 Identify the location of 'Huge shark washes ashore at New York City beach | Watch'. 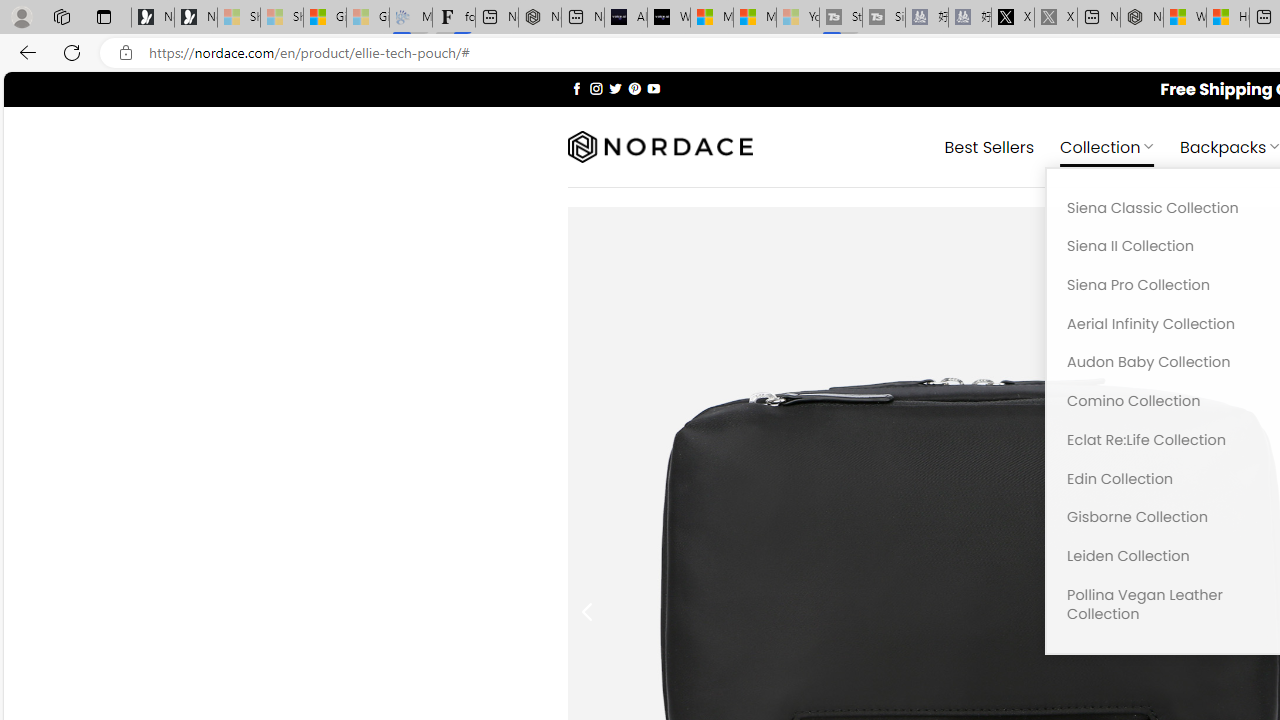
(1227, 17).